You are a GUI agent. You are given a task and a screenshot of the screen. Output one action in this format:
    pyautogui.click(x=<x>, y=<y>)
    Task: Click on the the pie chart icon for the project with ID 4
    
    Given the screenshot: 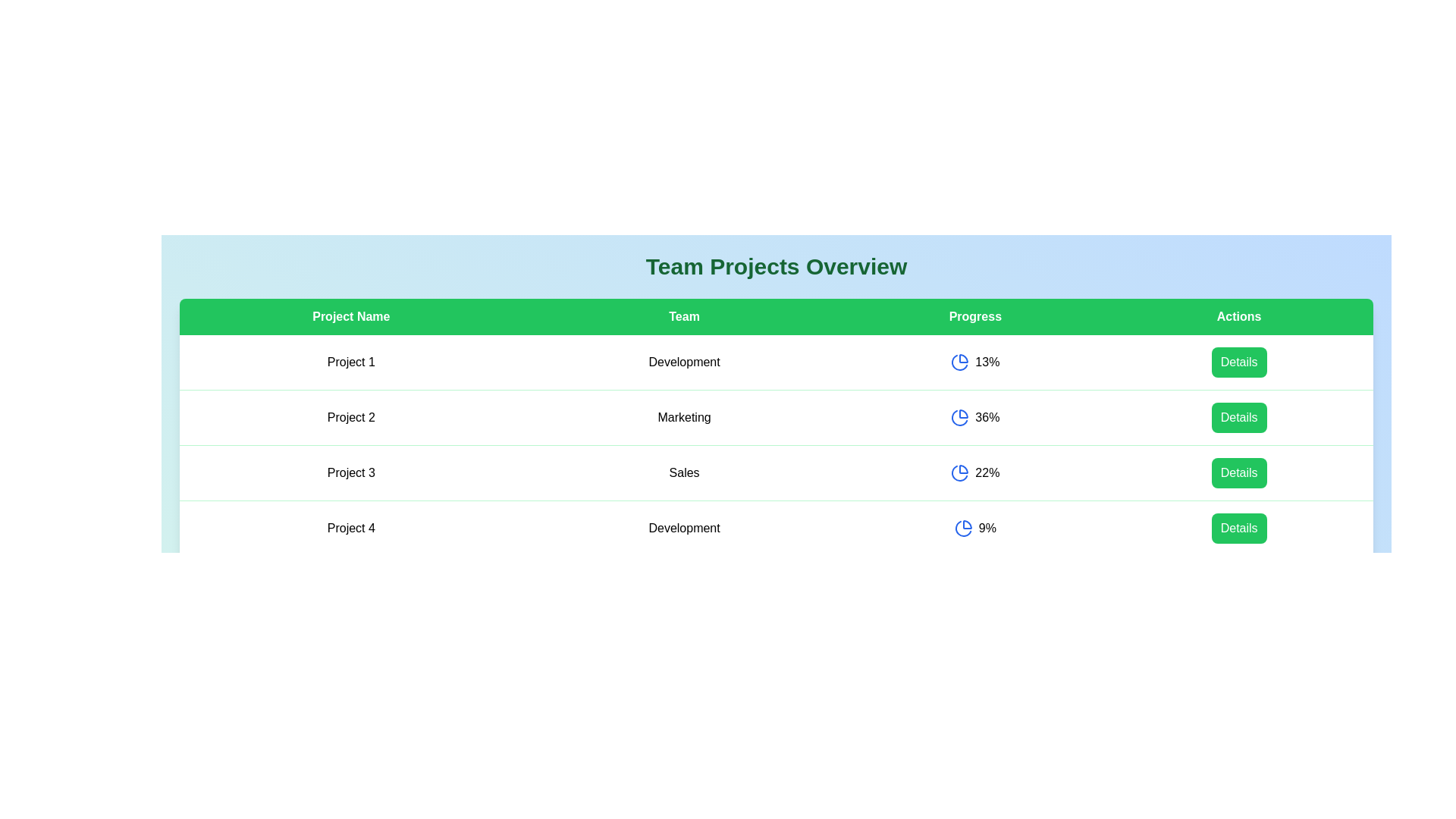 What is the action you would take?
    pyautogui.click(x=962, y=528)
    